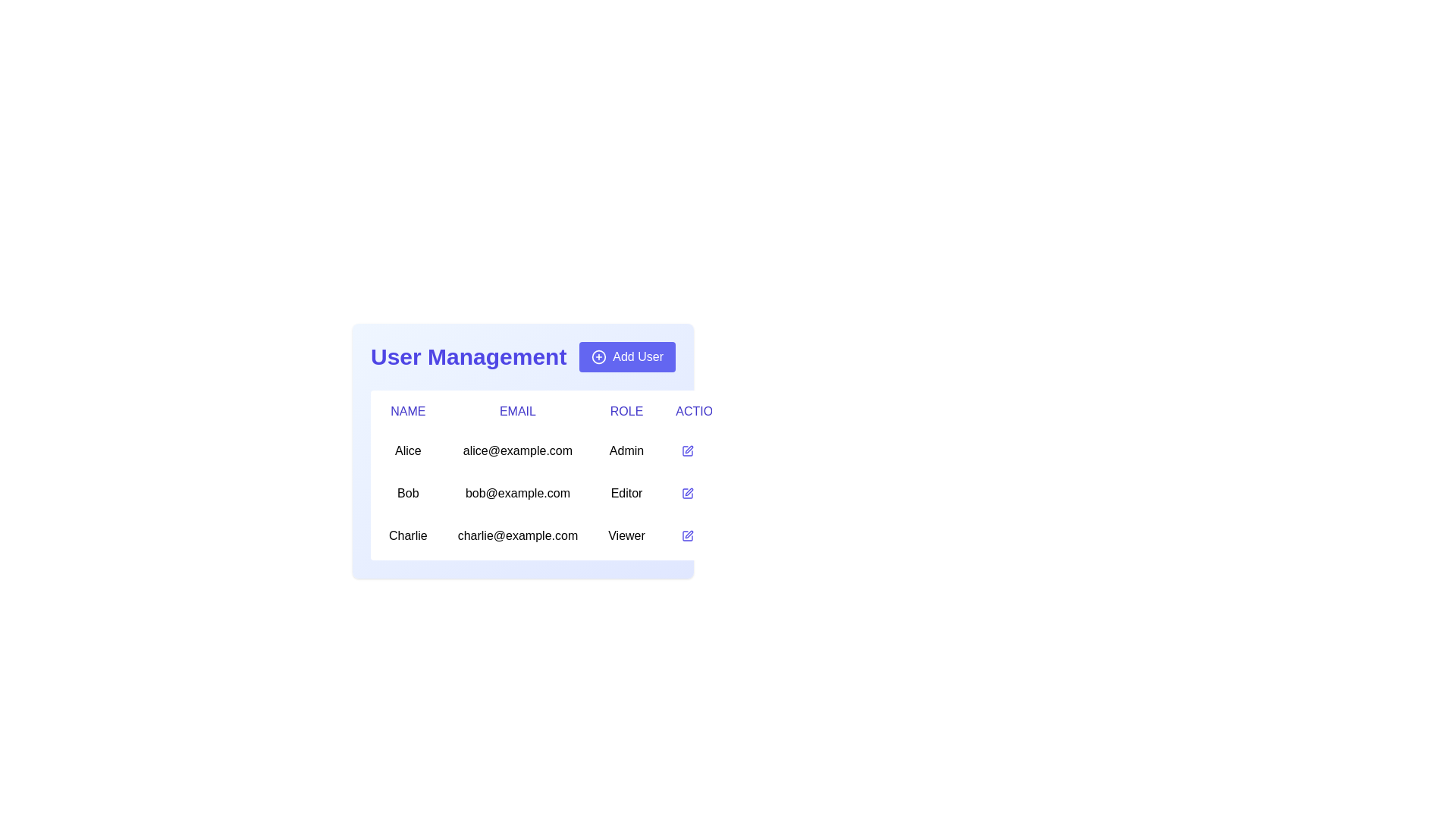 The image size is (1456, 819). I want to click on the label displaying 'Viewer' in black, located in the third row under the 'ROLE' column, adjacent to the email 'charlie@example.com', so click(626, 535).